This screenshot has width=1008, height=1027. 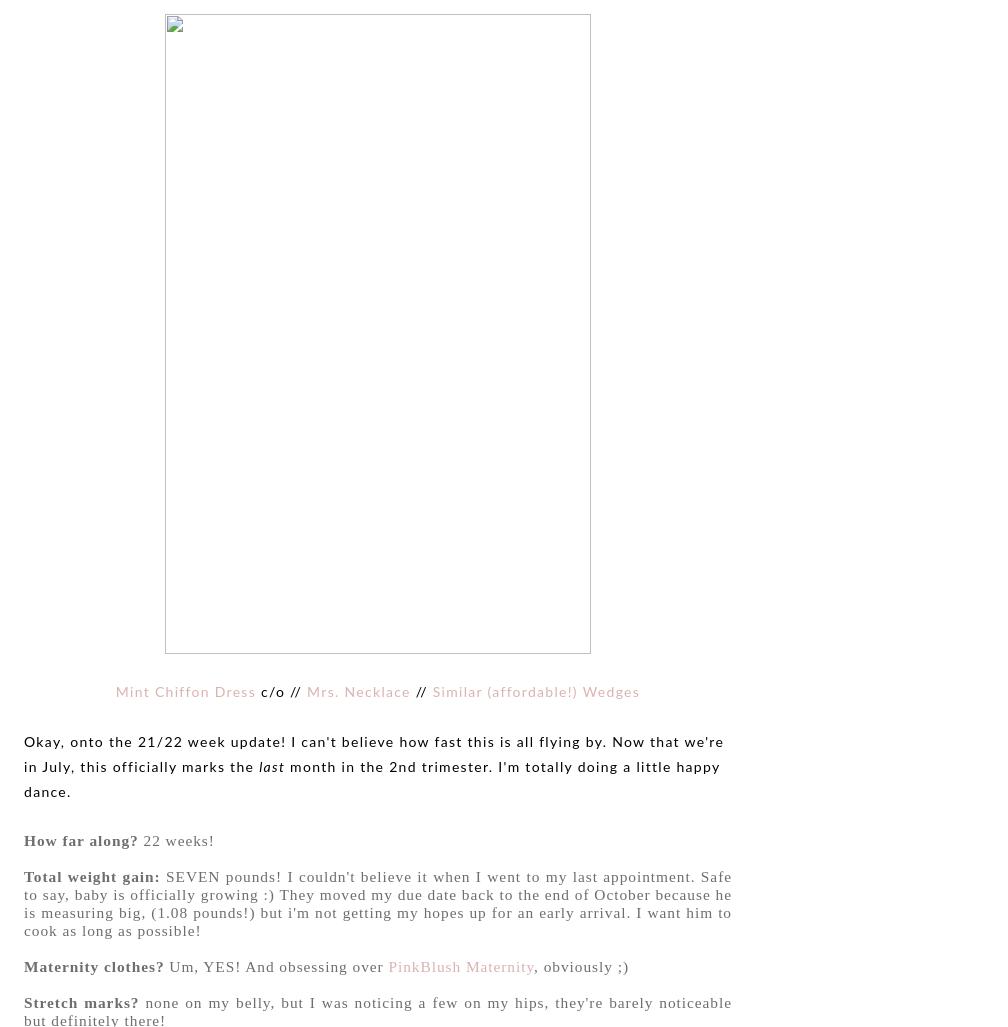 I want to click on 'month in the 2nd trimester. I'm totally doing a little happy dance.', so click(x=371, y=779).